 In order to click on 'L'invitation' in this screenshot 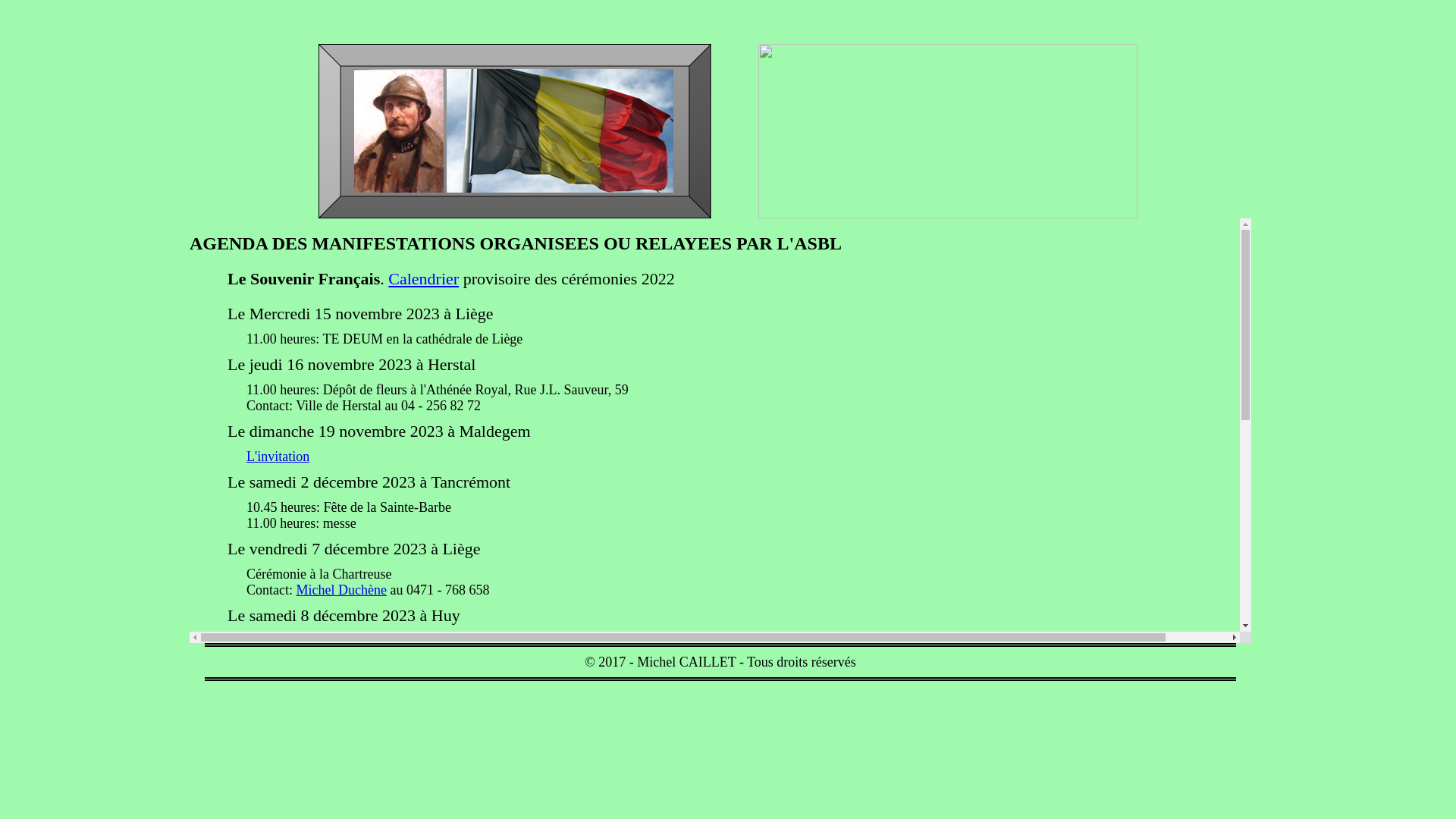, I will do `click(246, 640)`.